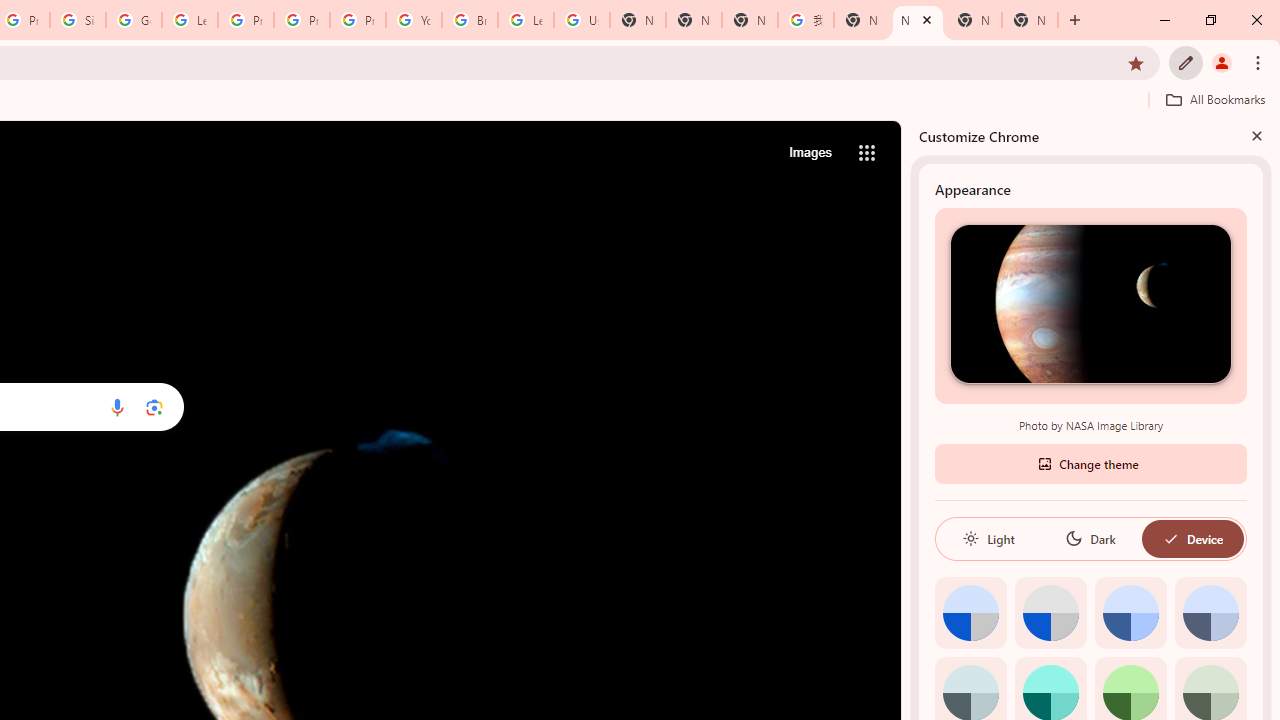  What do you see at coordinates (1049, 611) in the screenshot?
I see `'Grey default color'` at bounding box center [1049, 611].